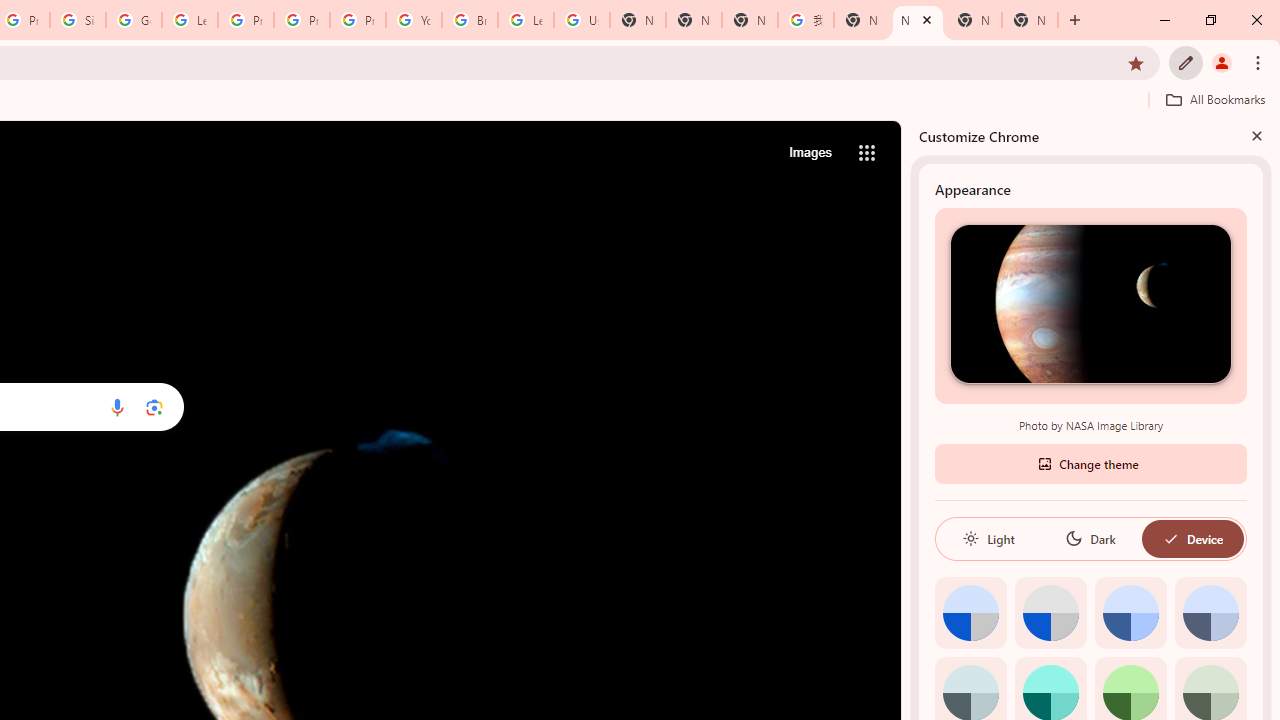  What do you see at coordinates (1049, 611) in the screenshot?
I see `'Grey default color'` at bounding box center [1049, 611].